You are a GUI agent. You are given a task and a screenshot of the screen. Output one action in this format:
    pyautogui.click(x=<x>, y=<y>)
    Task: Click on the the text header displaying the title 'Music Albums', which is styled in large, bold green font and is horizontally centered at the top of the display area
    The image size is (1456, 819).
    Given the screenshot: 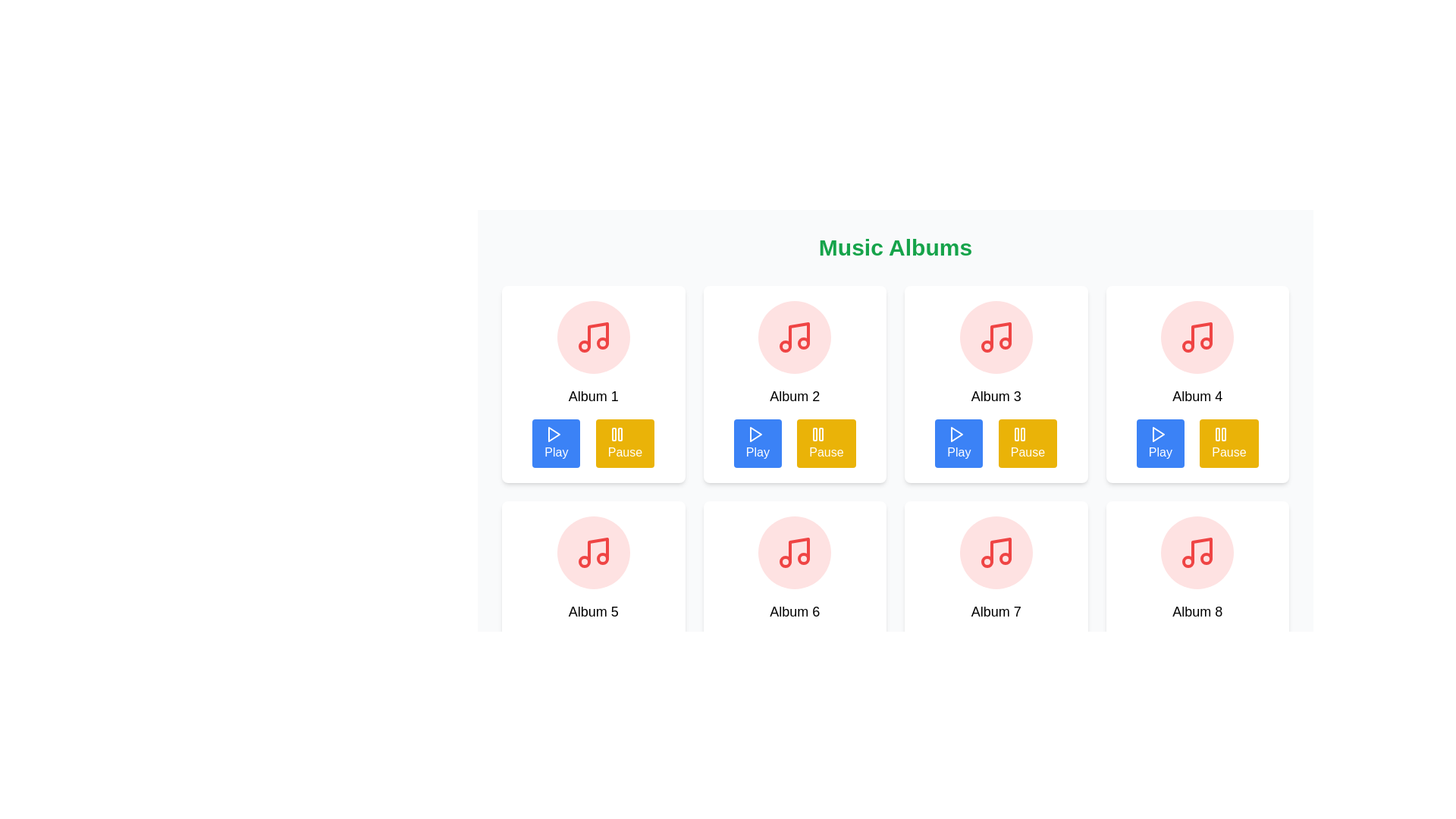 What is the action you would take?
    pyautogui.click(x=895, y=247)
    